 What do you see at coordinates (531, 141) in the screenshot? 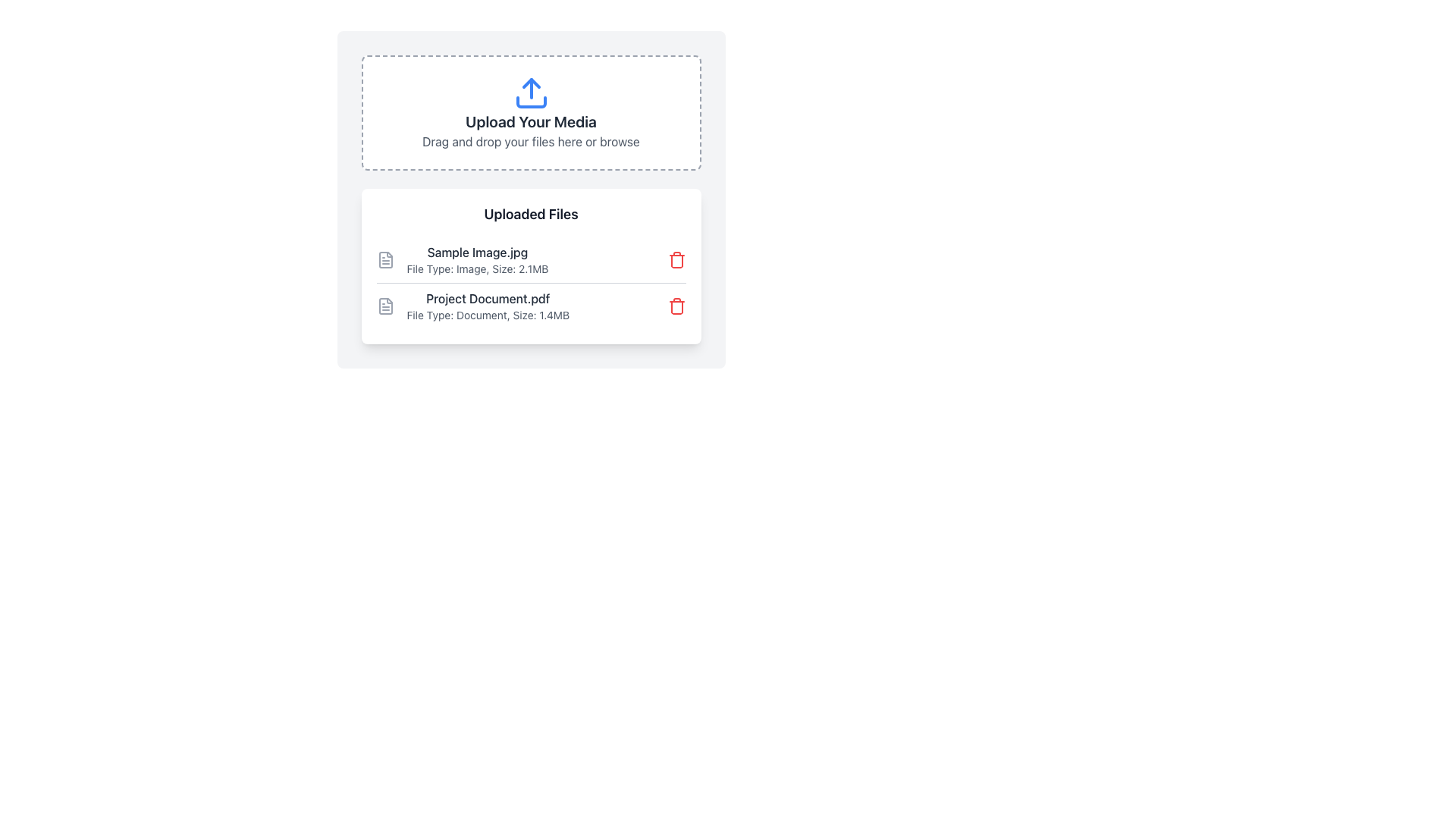
I see `the text label that provides instructions for uploading files, located below 'Upload Your Media'` at bounding box center [531, 141].